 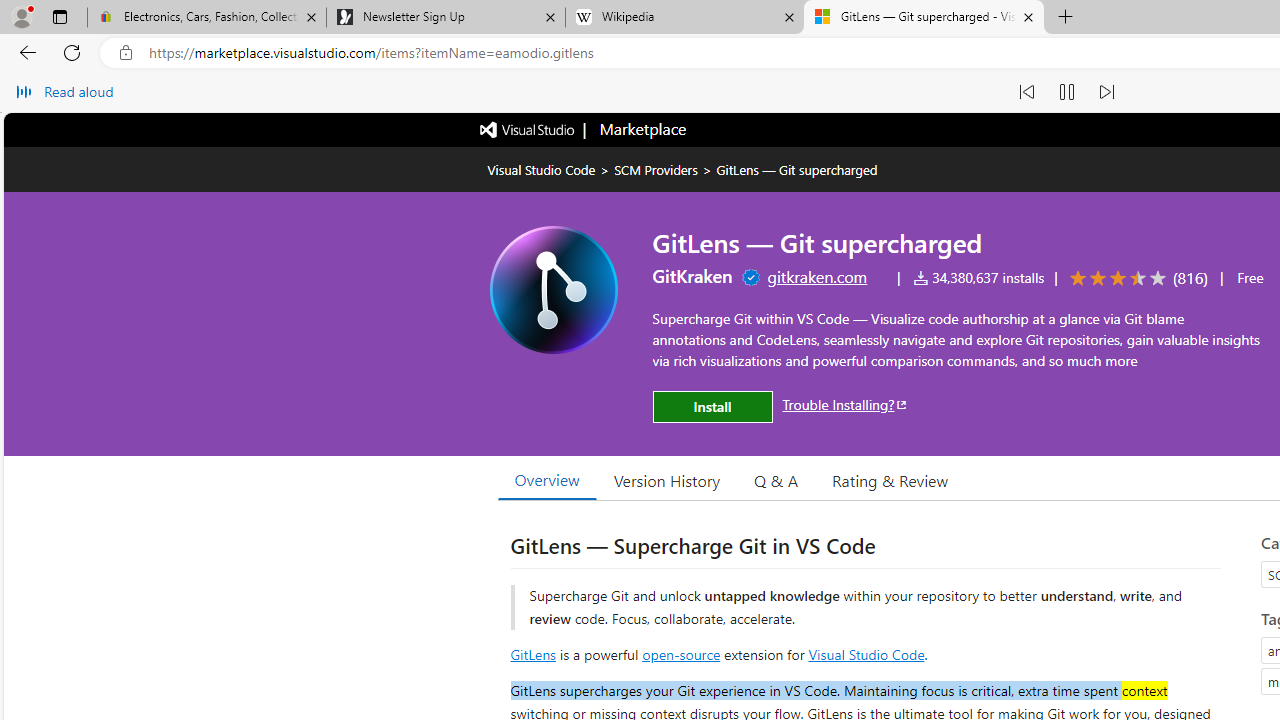 What do you see at coordinates (546, 479) in the screenshot?
I see `'Overview'` at bounding box center [546, 479].